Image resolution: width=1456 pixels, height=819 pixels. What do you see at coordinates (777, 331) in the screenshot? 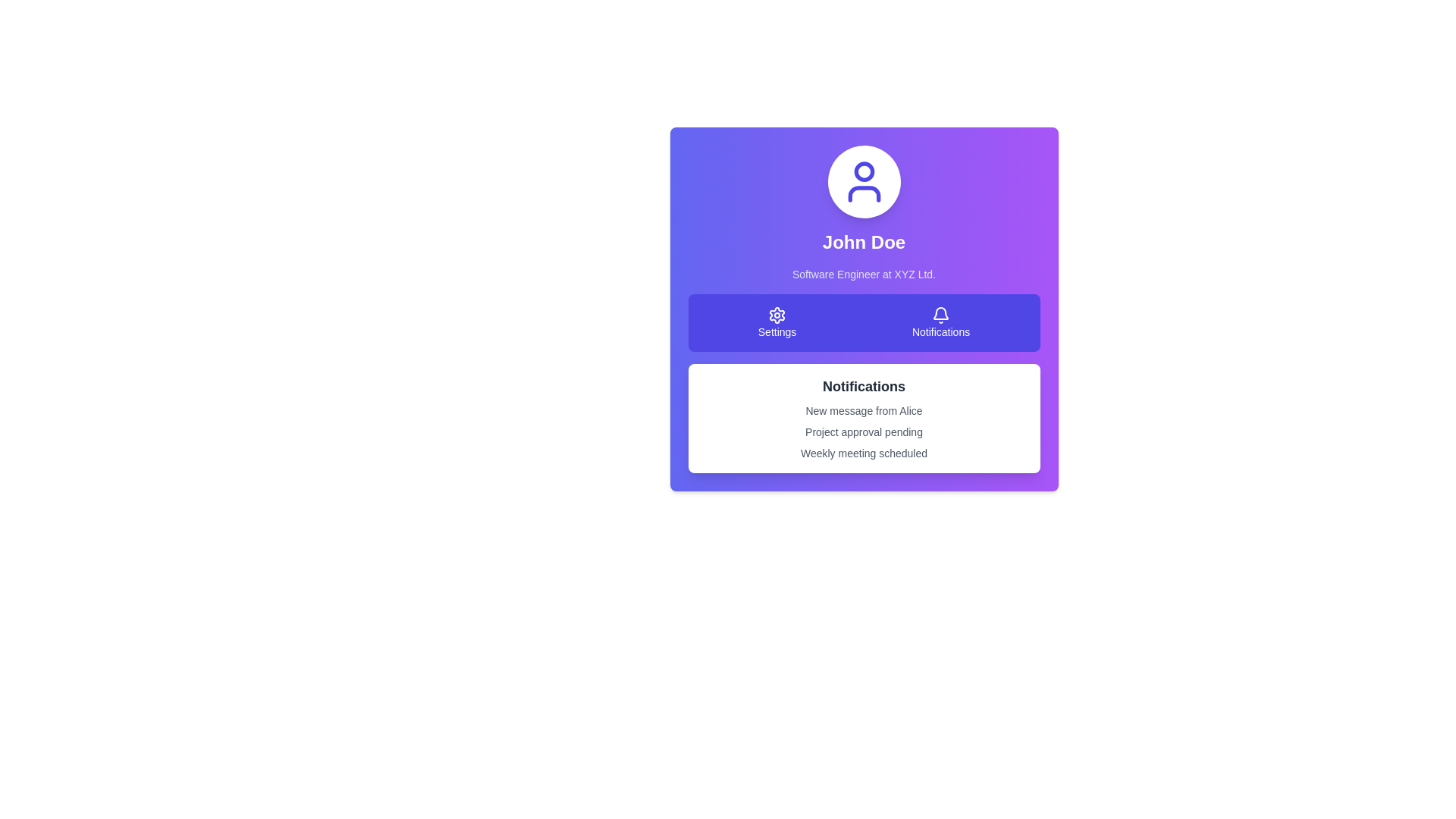
I see `the button labeled 'Settings', which is the leftmost option in a horizontal row of buttons, featuring white text on a purple background and a gear icon above it` at bounding box center [777, 331].